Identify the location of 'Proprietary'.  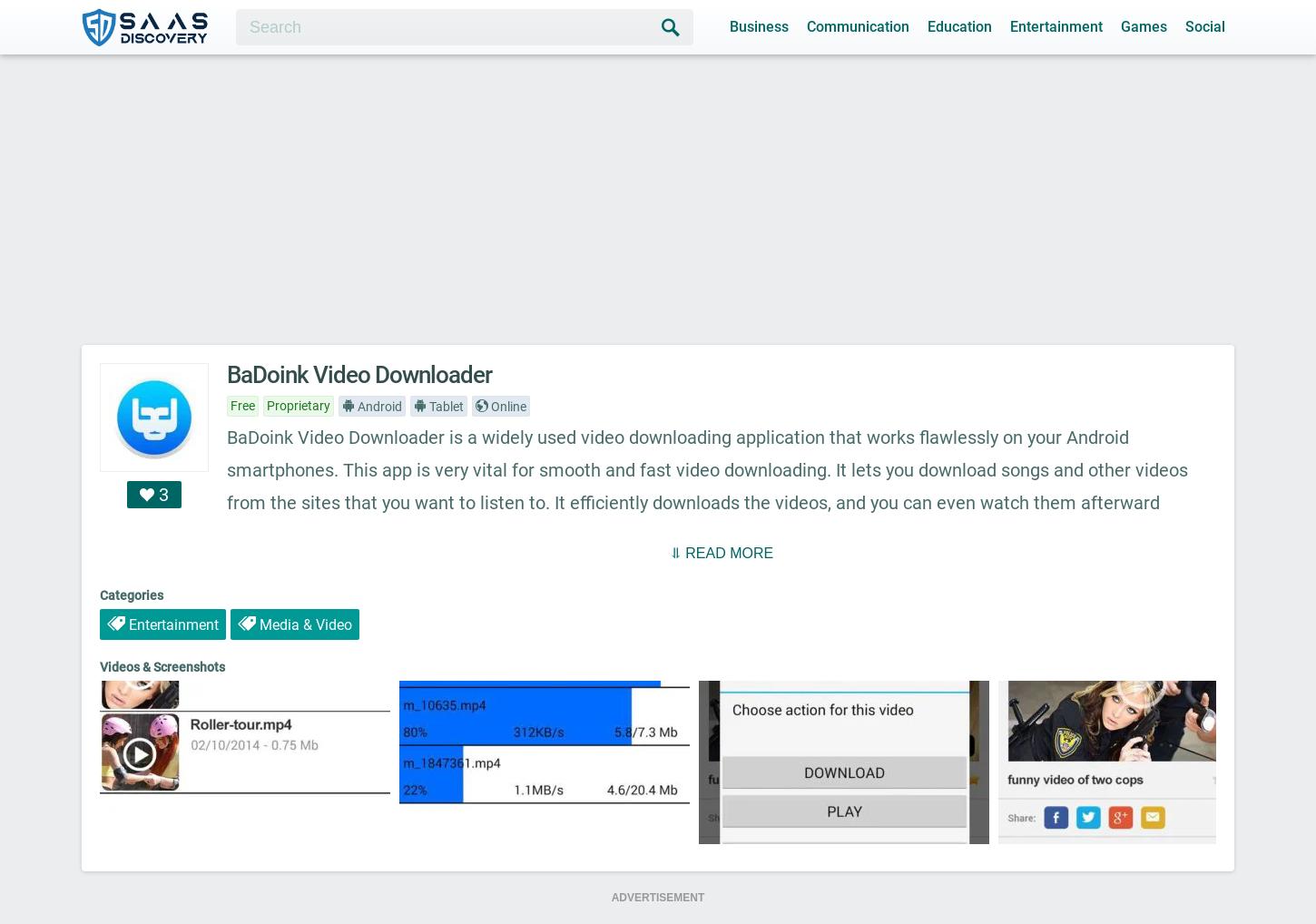
(299, 405).